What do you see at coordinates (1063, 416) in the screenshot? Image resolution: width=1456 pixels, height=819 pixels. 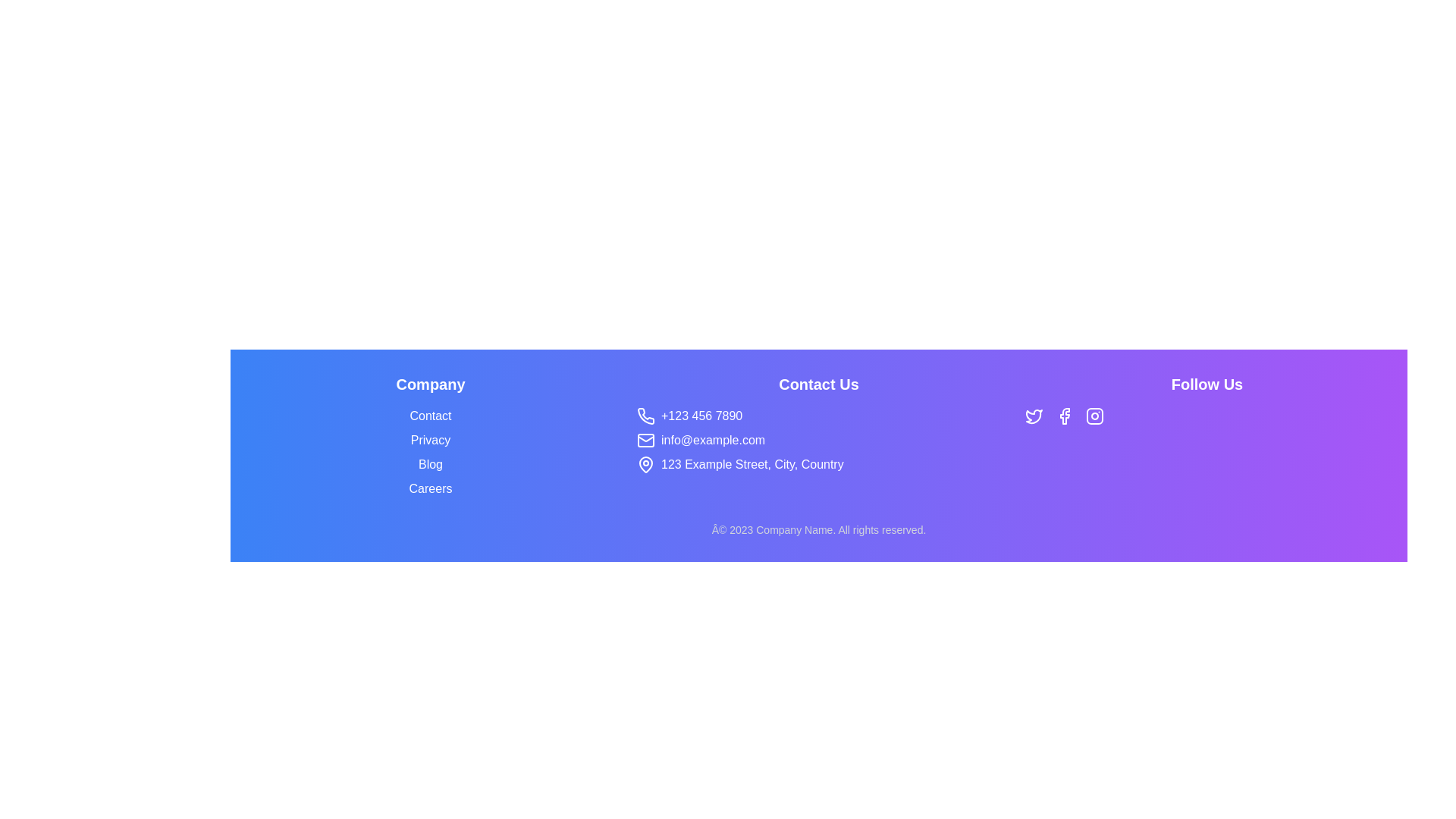 I see `the Facebook icon located in the 'Follow Us' section of the footer, positioned between the Twitter and Instagram icons, to visit the linked page` at bounding box center [1063, 416].